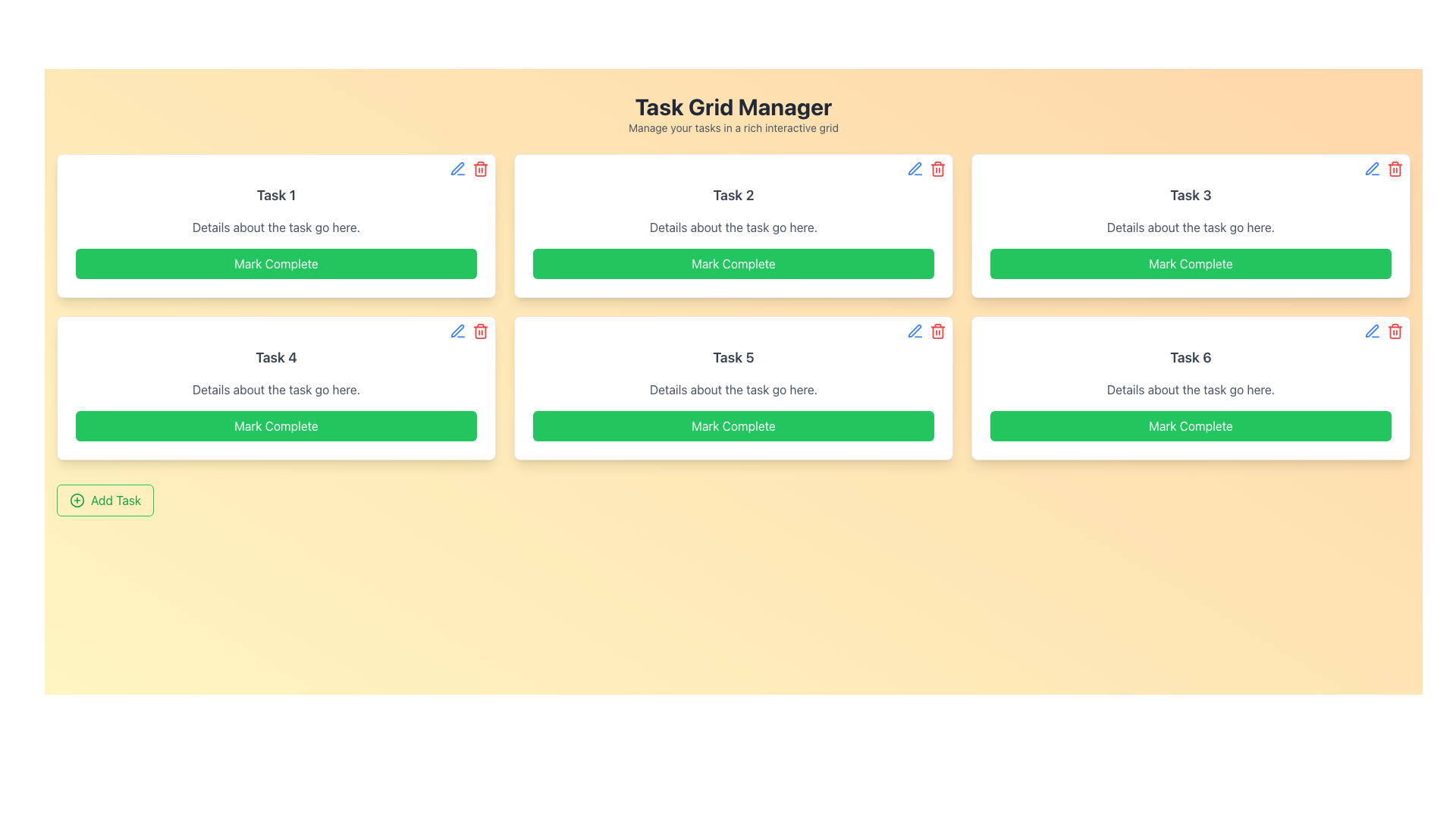 The width and height of the screenshot is (1456, 819). Describe the element at coordinates (1372, 169) in the screenshot. I see `the edit button for Task 3 located in the top-right corner of the task card` at that location.